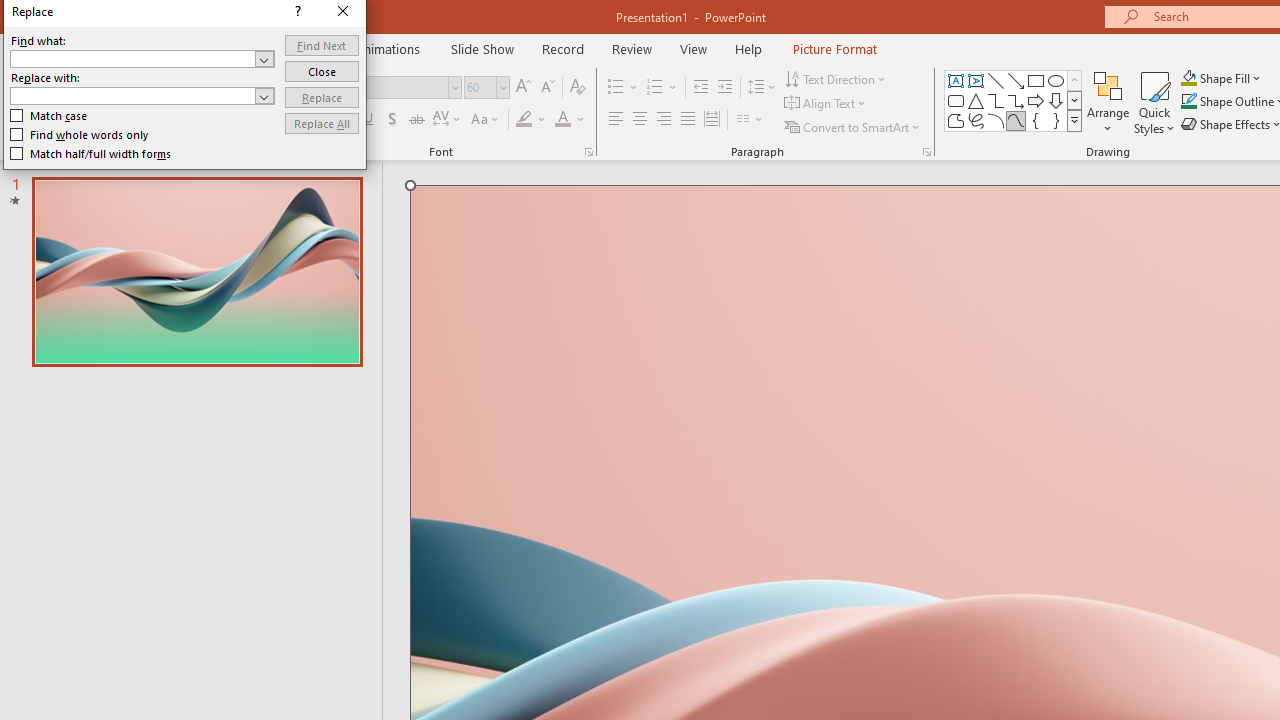 The height and width of the screenshot is (720, 1280). I want to click on 'Replace All', so click(321, 123).